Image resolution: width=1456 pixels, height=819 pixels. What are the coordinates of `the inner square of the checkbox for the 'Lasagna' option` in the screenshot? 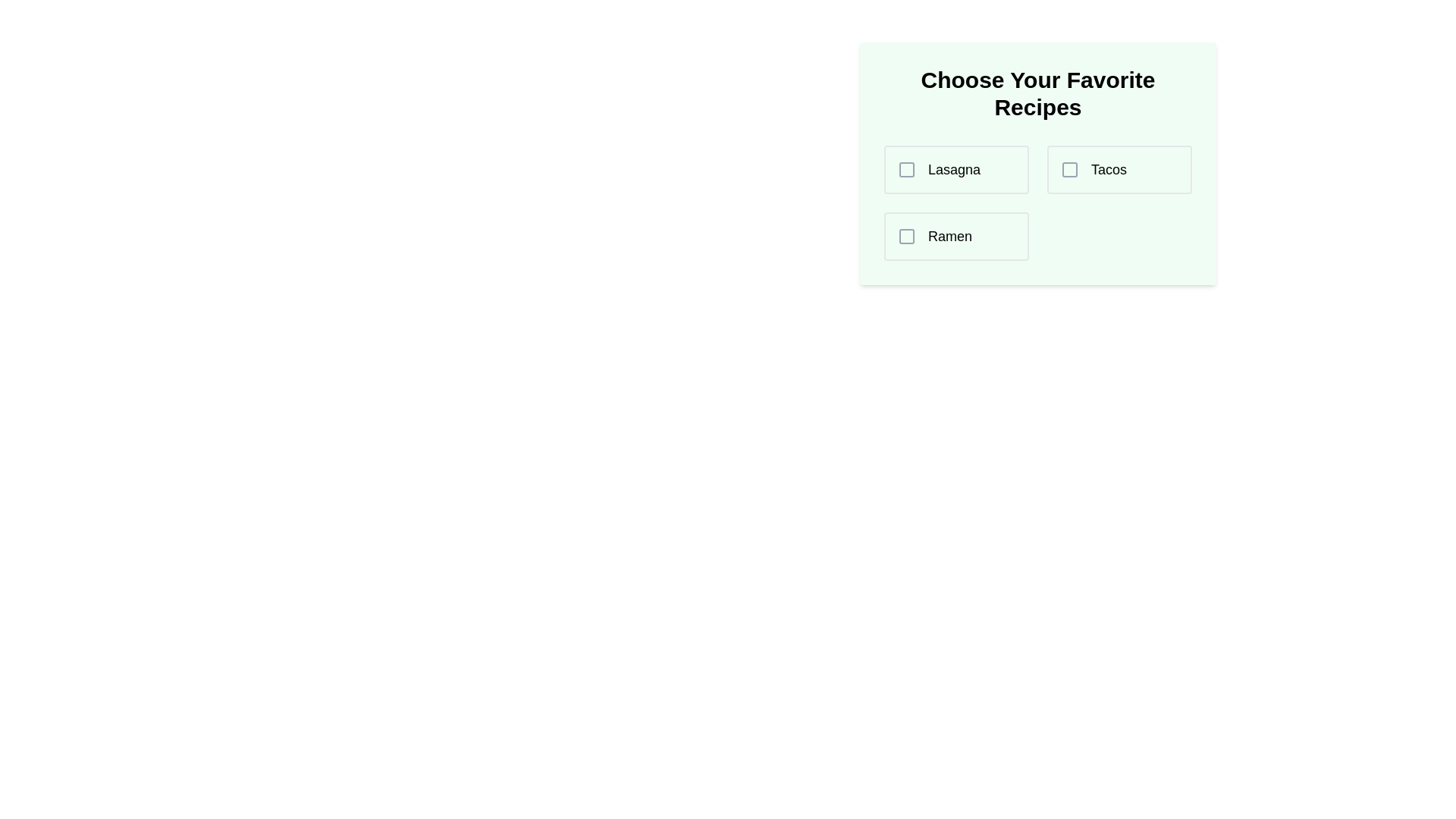 It's located at (906, 169).